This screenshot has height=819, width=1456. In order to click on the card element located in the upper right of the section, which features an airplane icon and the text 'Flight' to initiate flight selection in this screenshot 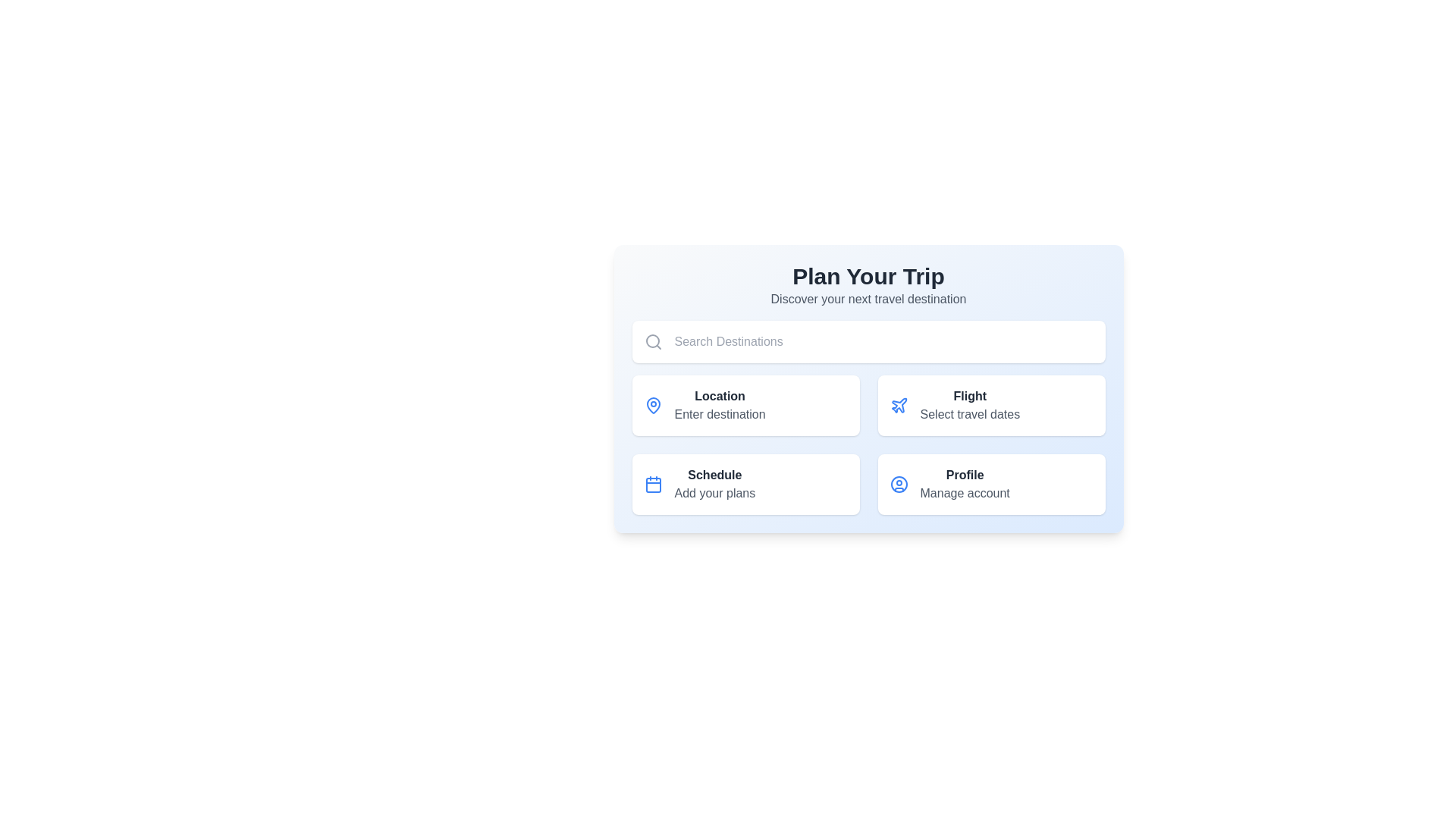, I will do `click(991, 405)`.